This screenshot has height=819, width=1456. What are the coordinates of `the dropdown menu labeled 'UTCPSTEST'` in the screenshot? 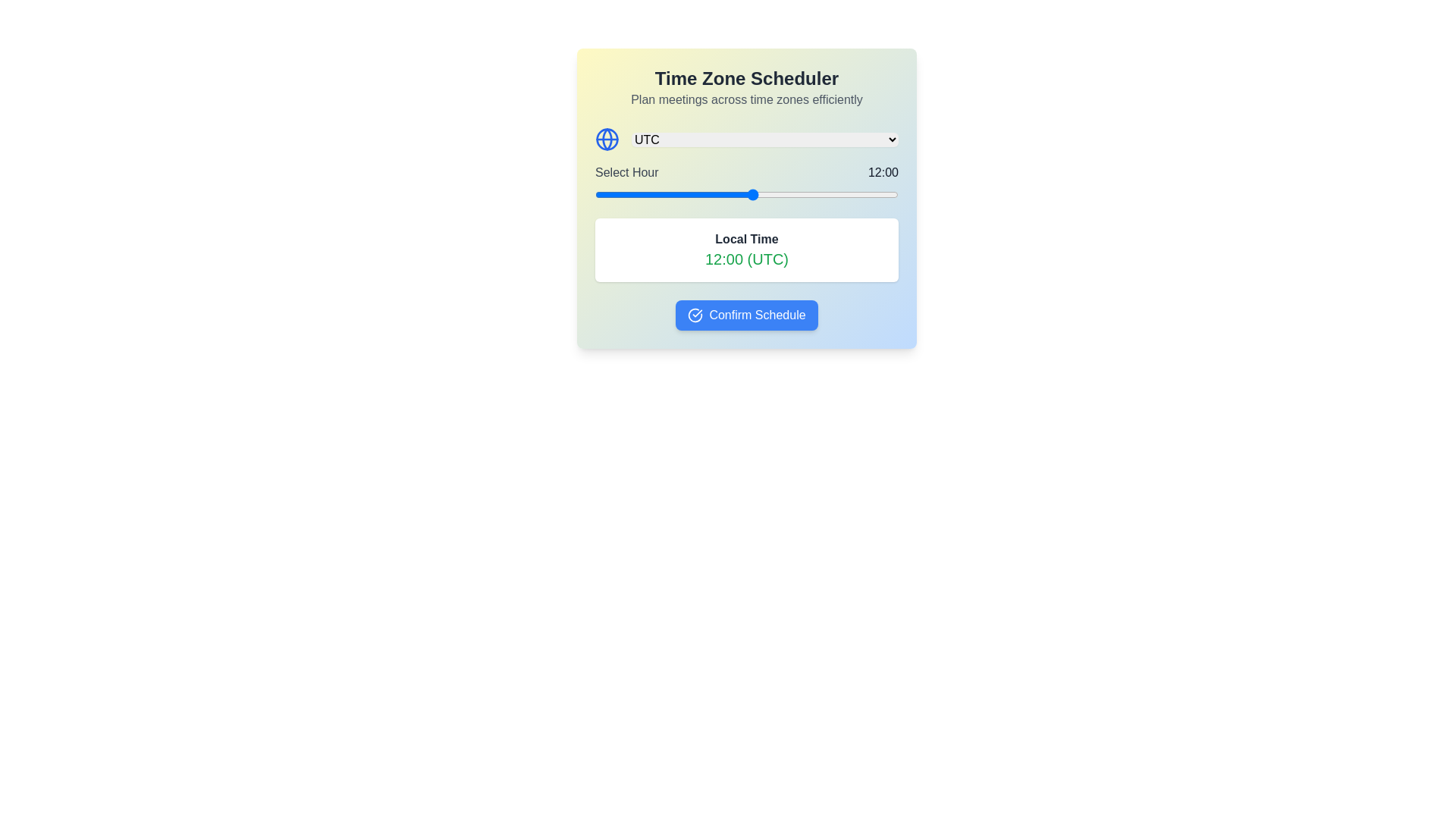 It's located at (764, 140).